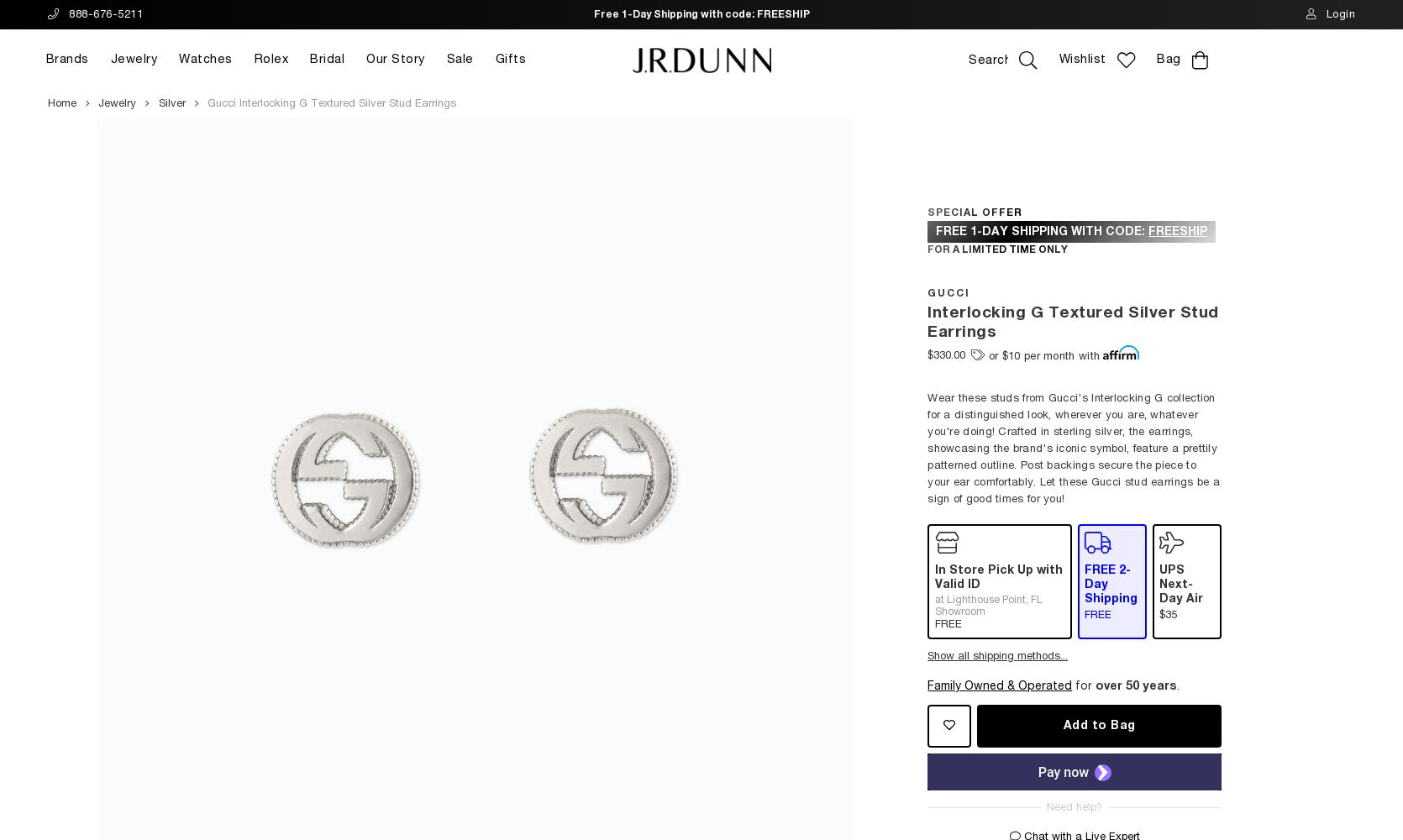 The height and width of the screenshot is (840, 1403). Describe the element at coordinates (1168, 59) in the screenshot. I see `'Bag'` at that location.